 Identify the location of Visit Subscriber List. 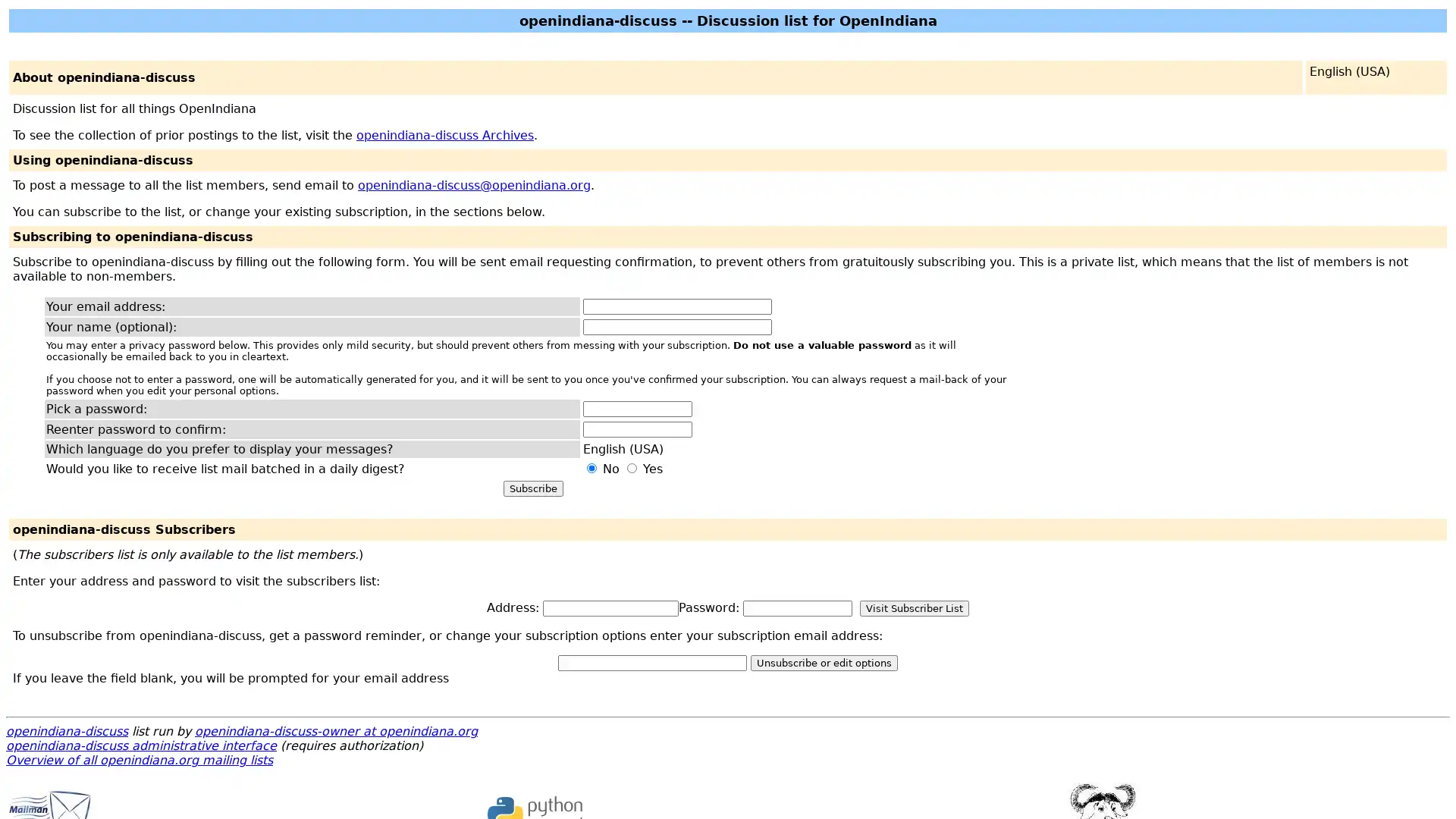
(913, 607).